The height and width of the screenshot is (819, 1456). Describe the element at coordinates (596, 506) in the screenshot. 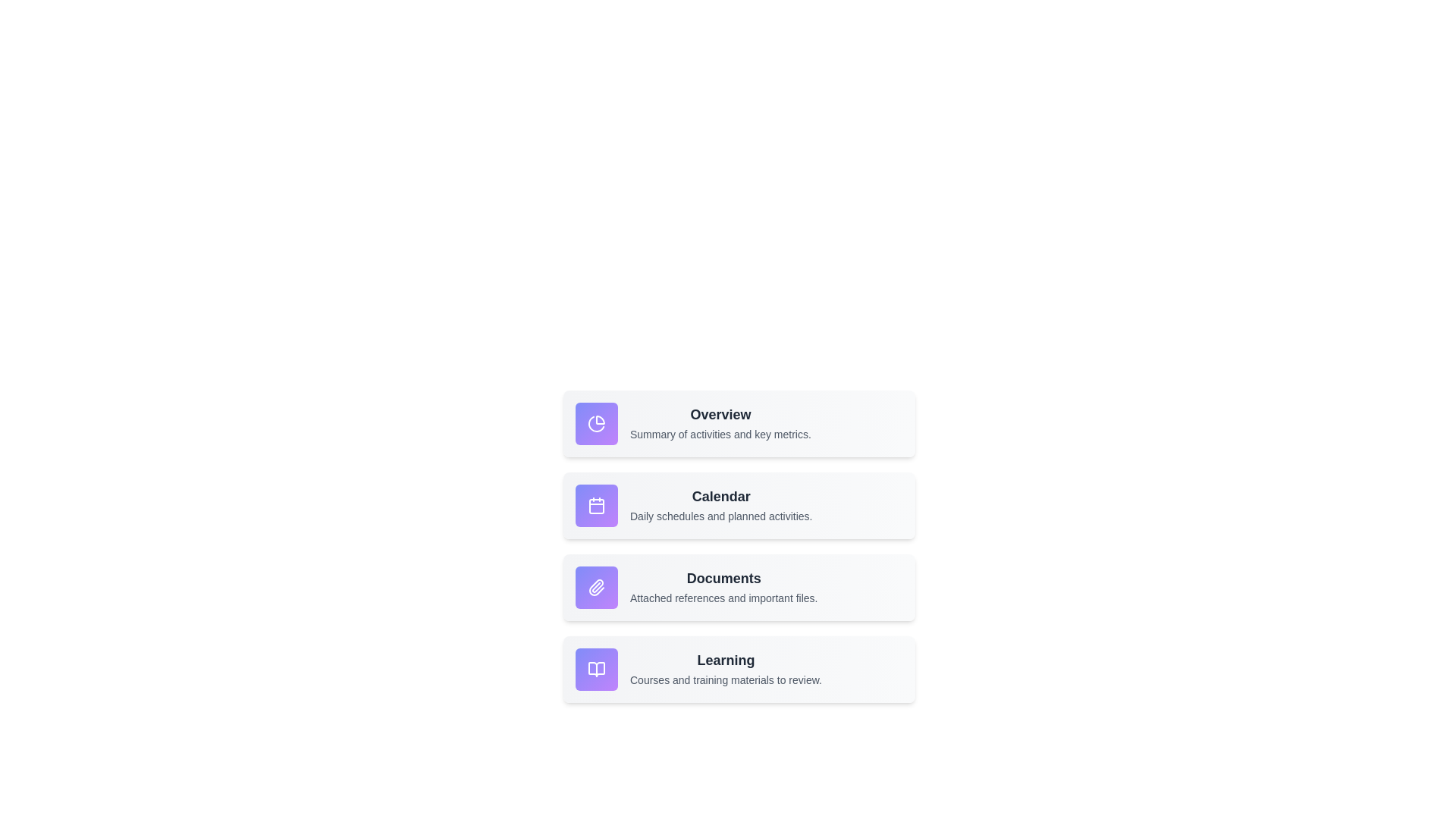

I see `the functionality of the icon corresponding to Calendar` at that location.